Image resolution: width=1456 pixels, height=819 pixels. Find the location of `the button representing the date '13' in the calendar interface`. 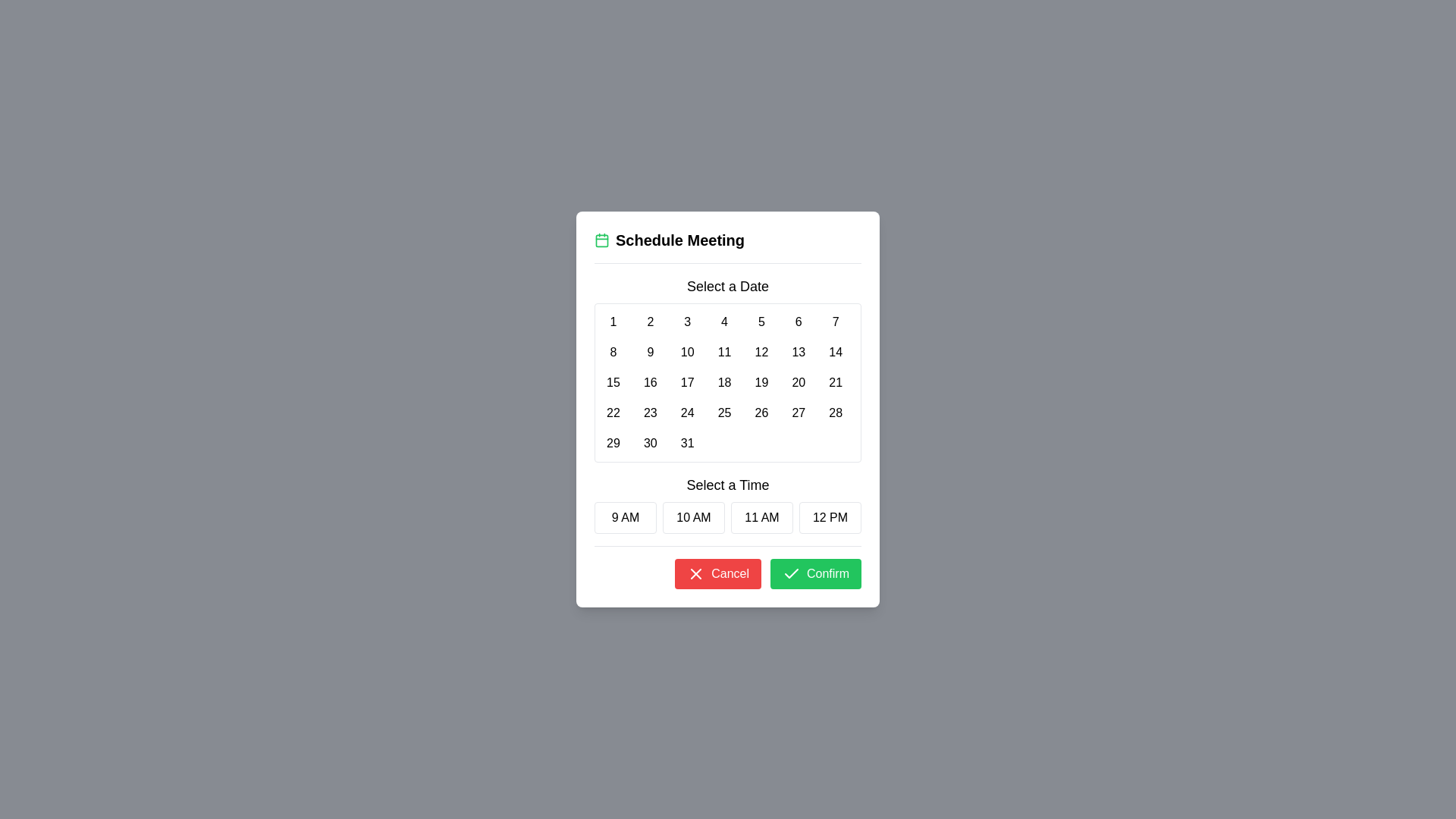

the button representing the date '13' in the calendar interface is located at coordinates (798, 353).